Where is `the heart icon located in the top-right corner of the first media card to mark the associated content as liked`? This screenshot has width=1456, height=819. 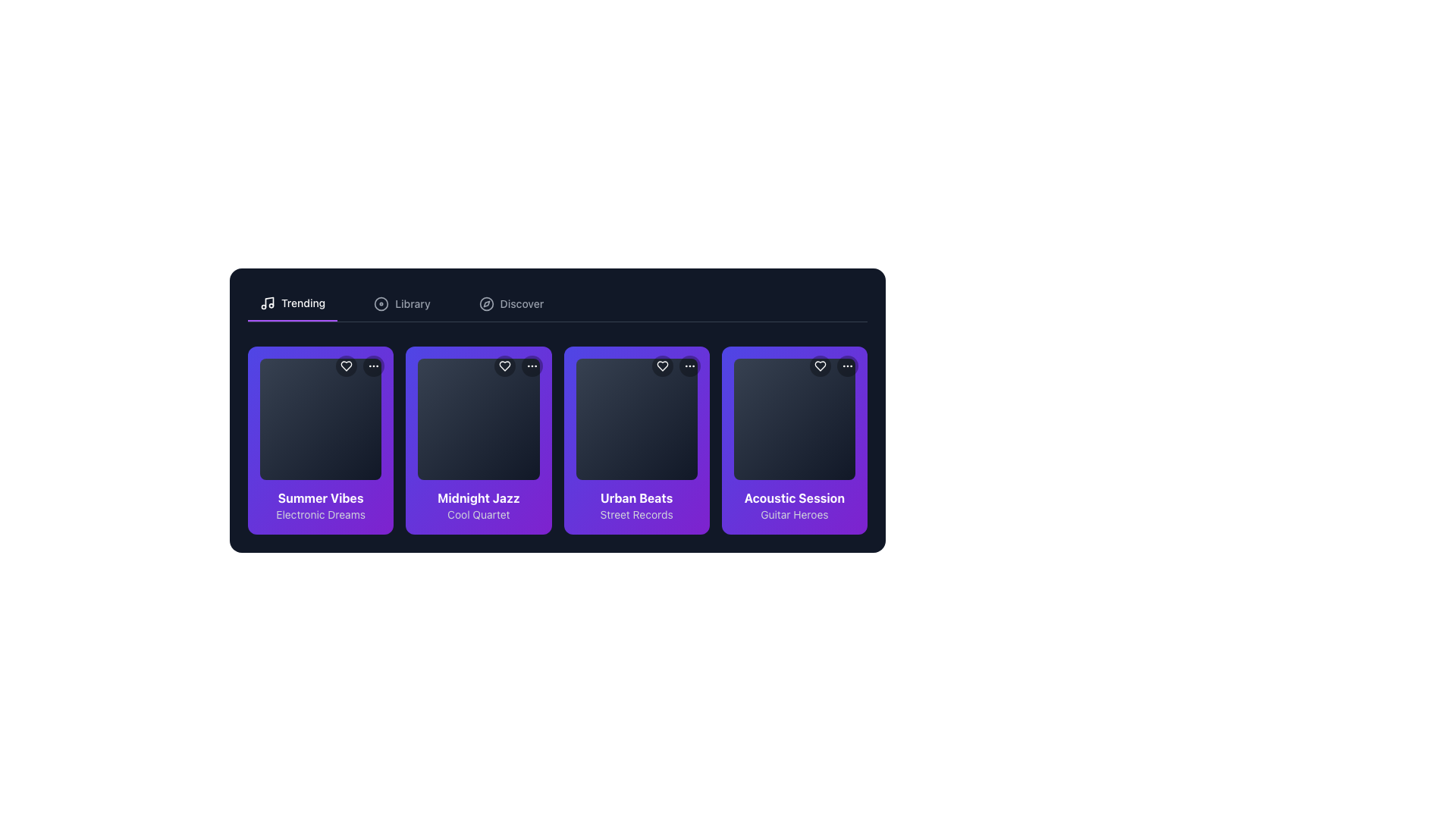 the heart icon located in the top-right corner of the first media card to mark the associated content as liked is located at coordinates (346, 366).